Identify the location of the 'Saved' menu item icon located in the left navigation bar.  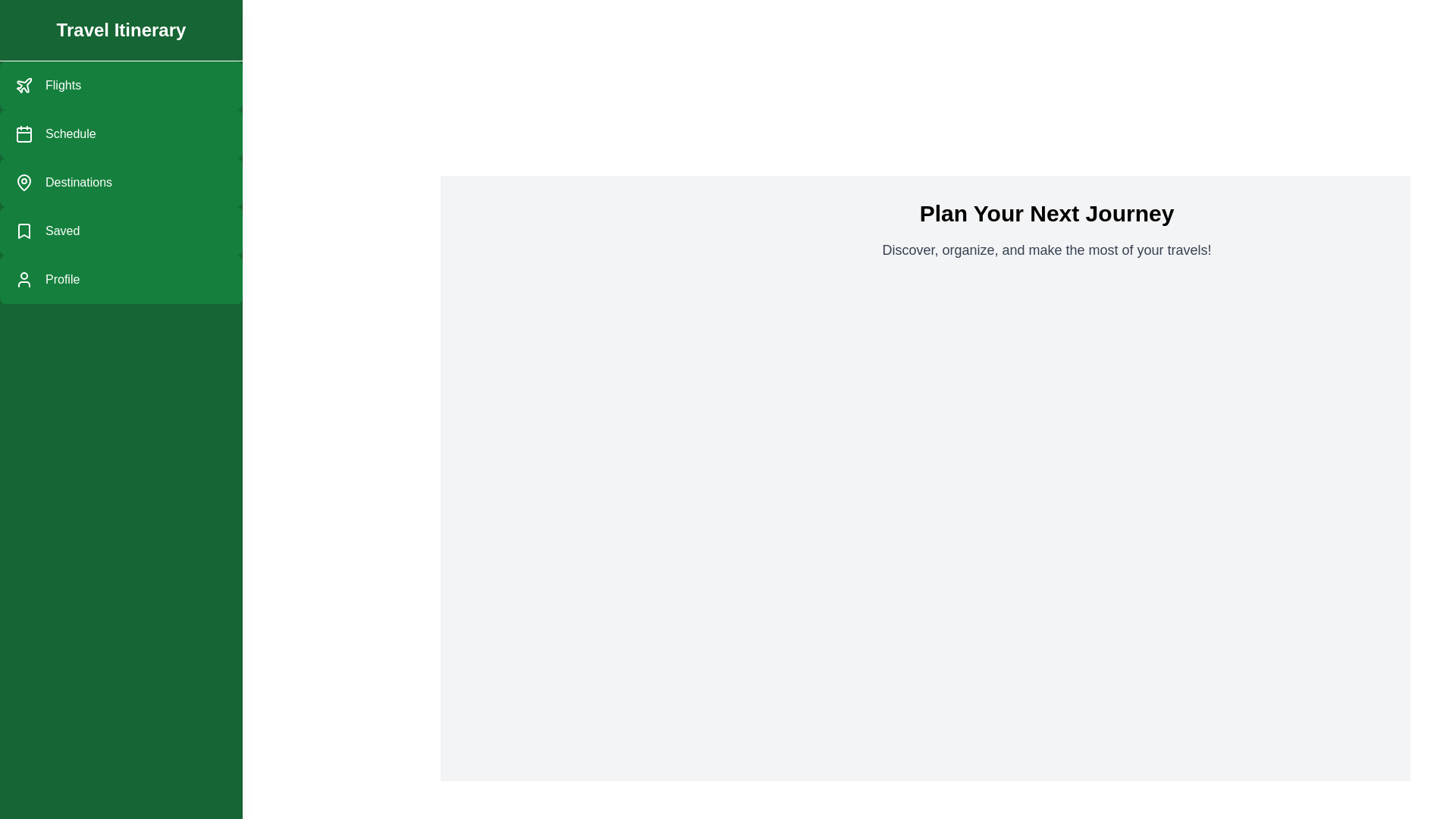
(24, 231).